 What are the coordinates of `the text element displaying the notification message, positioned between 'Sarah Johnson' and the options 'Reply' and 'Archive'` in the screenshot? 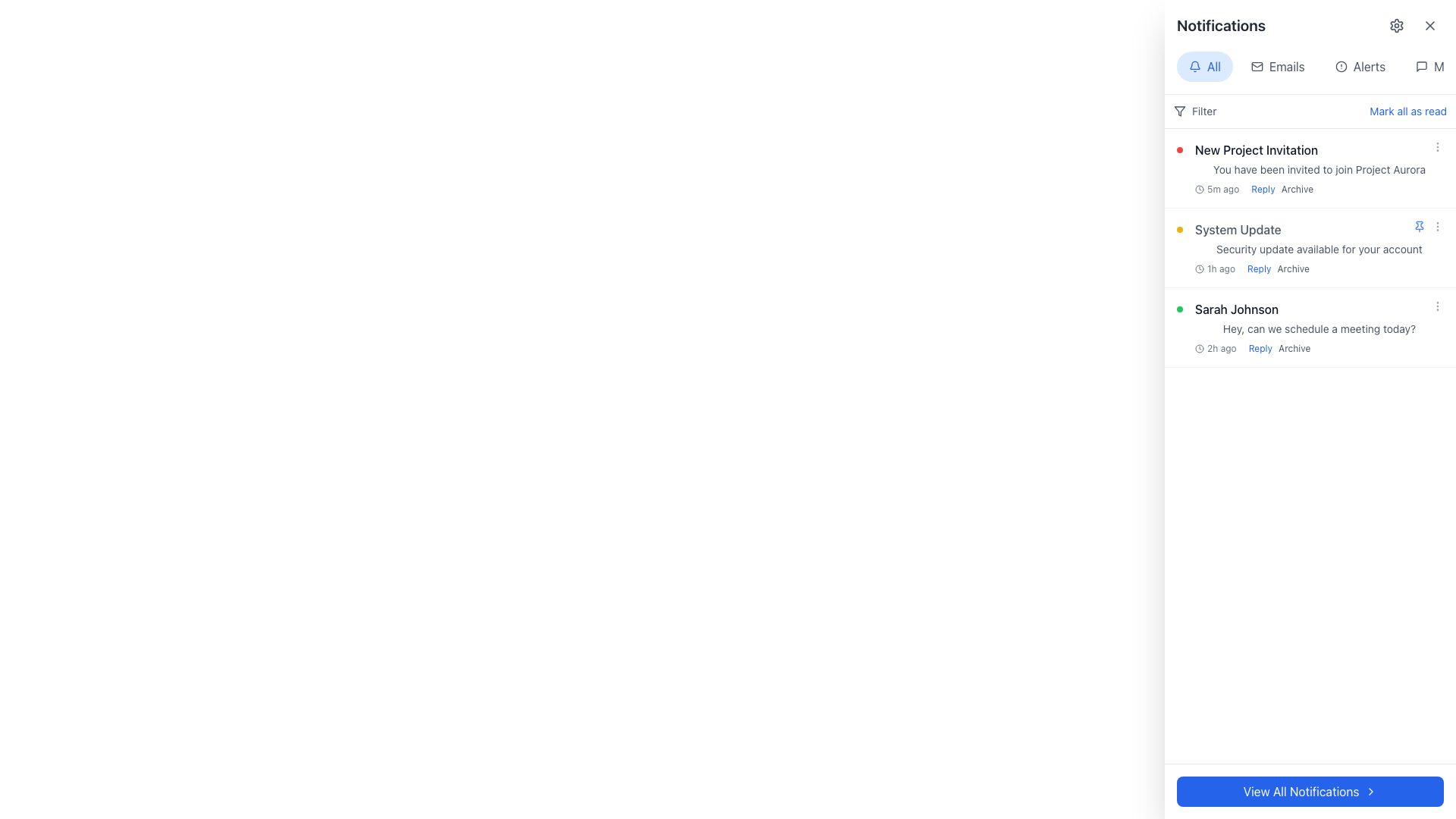 It's located at (1318, 328).